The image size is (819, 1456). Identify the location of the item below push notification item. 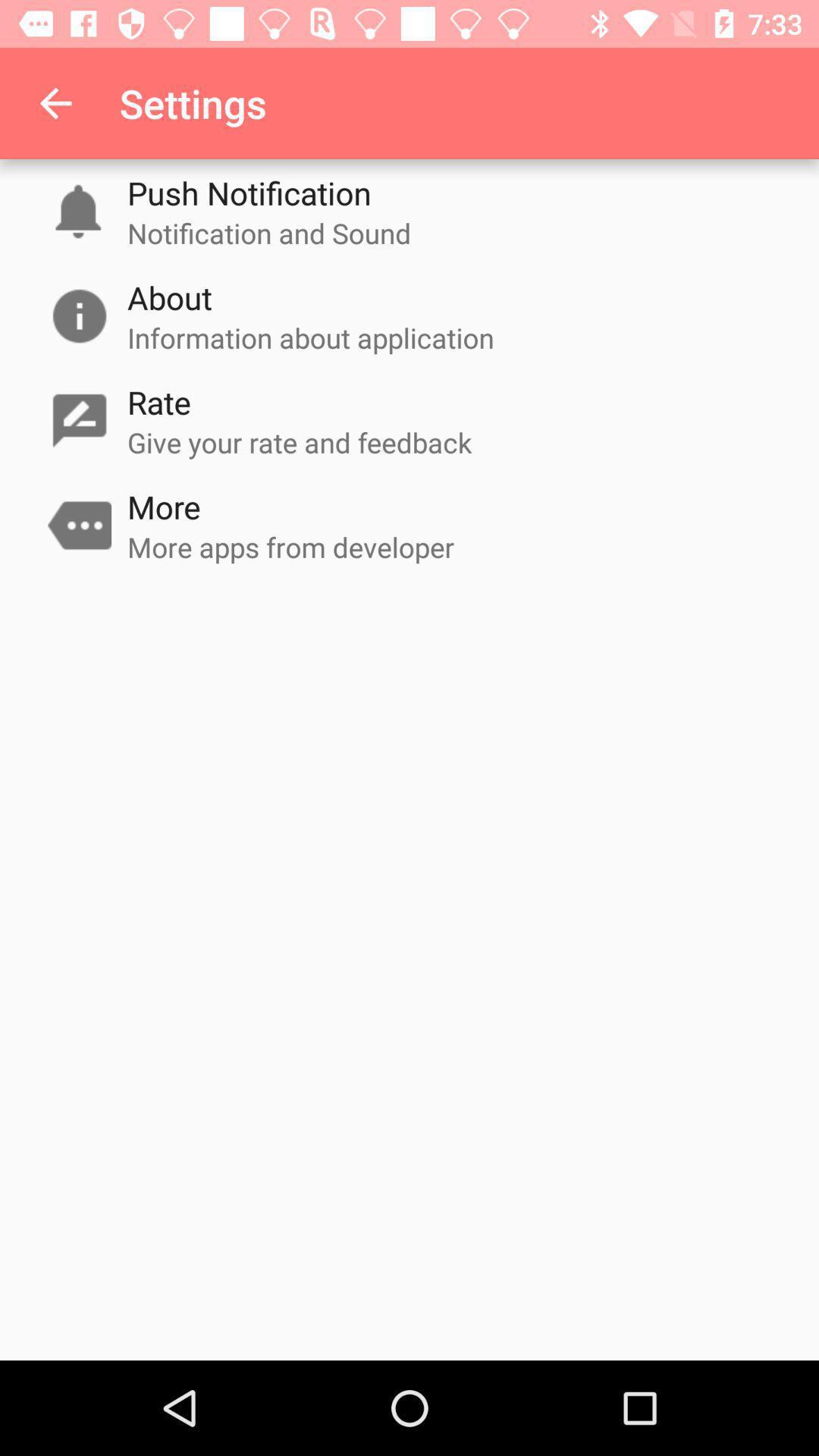
(268, 232).